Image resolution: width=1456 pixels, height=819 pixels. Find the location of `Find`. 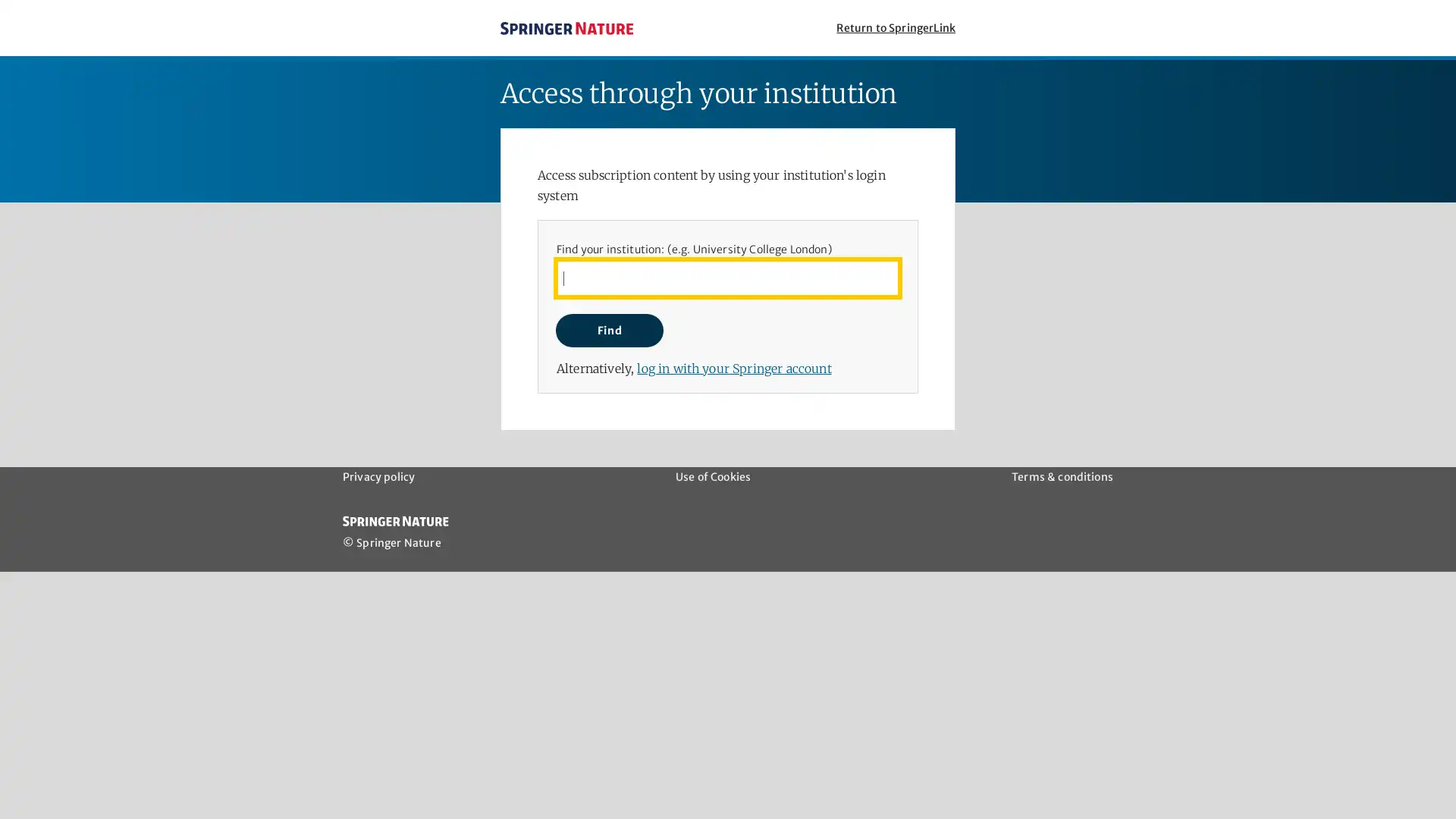

Find is located at coordinates (609, 329).